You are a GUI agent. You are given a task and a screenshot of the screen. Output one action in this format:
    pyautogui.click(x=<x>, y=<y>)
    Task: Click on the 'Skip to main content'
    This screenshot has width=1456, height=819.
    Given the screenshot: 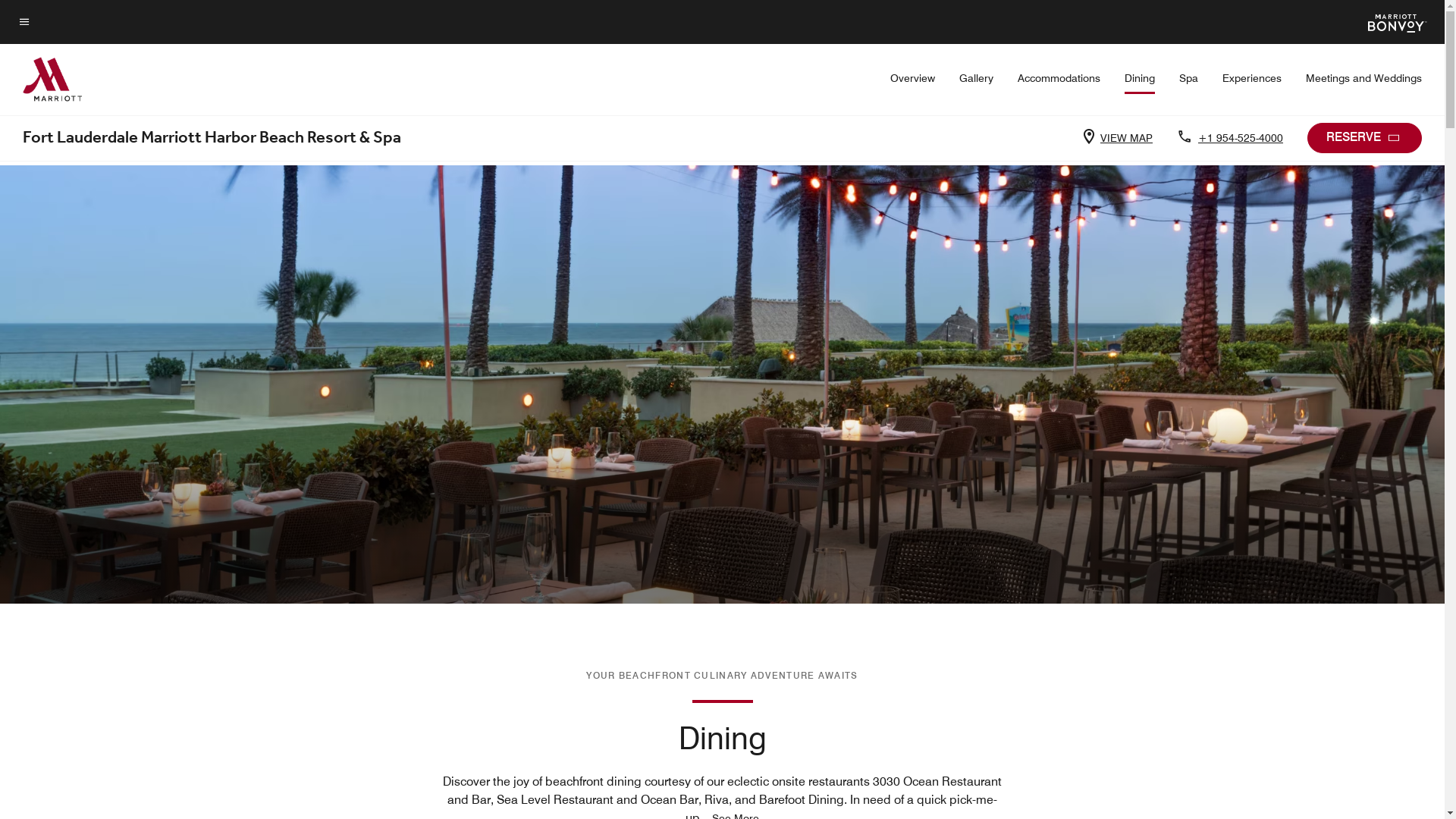 What is the action you would take?
    pyautogui.click(x=18, y=12)
    